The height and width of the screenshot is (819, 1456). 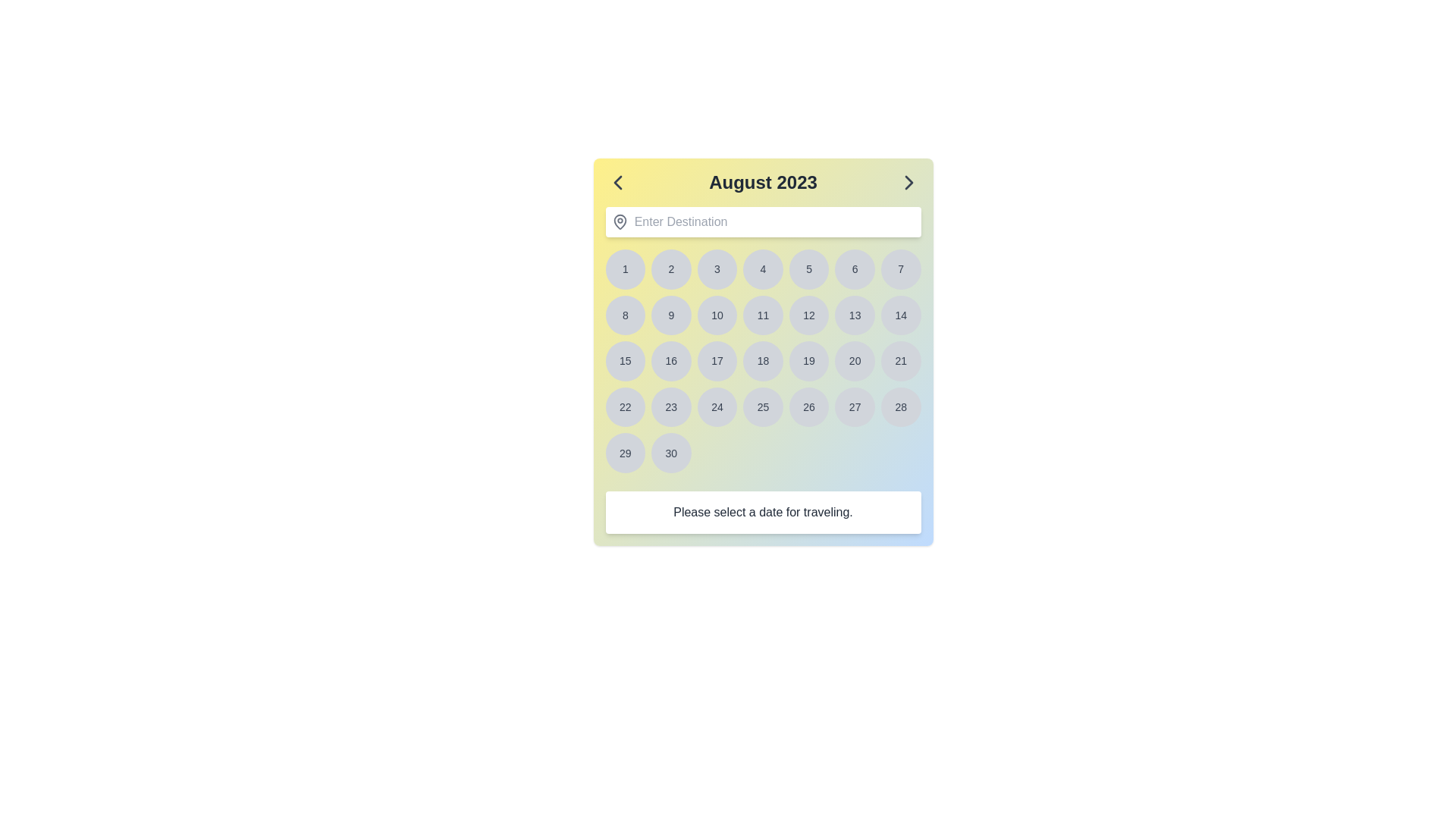 What do you see at coordinates (808, 268) in the screenshot?
I see `the circular button displaying the number '5'` at bounding box center [808, 268].